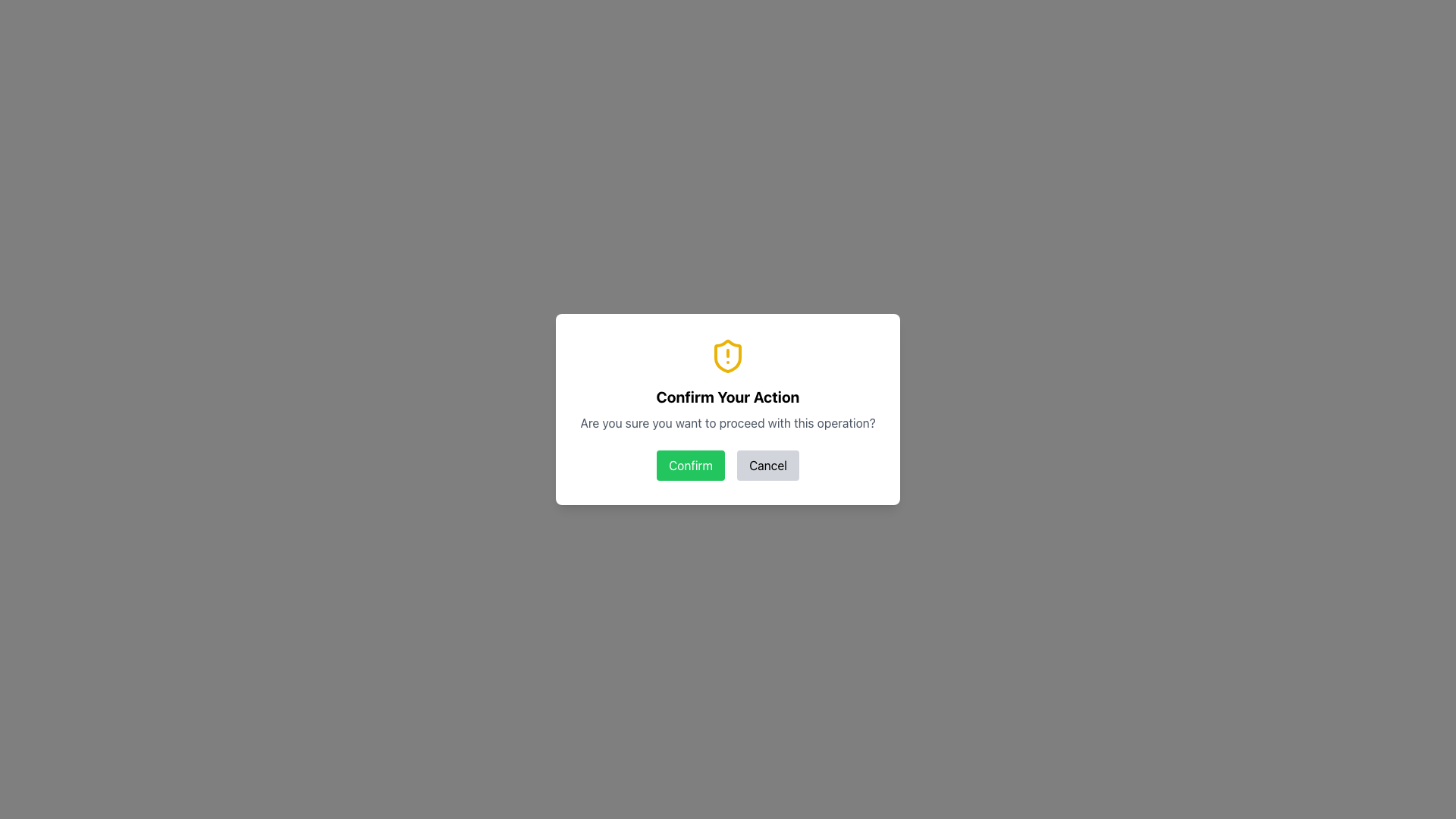  What do you see at coordinates (728, 356) in the screenshot?
I see `the yellow shield icon with an exclamation mark, located above the title text 'Confirm Your Action' in the dialog box` at bounding box center [728, 356].